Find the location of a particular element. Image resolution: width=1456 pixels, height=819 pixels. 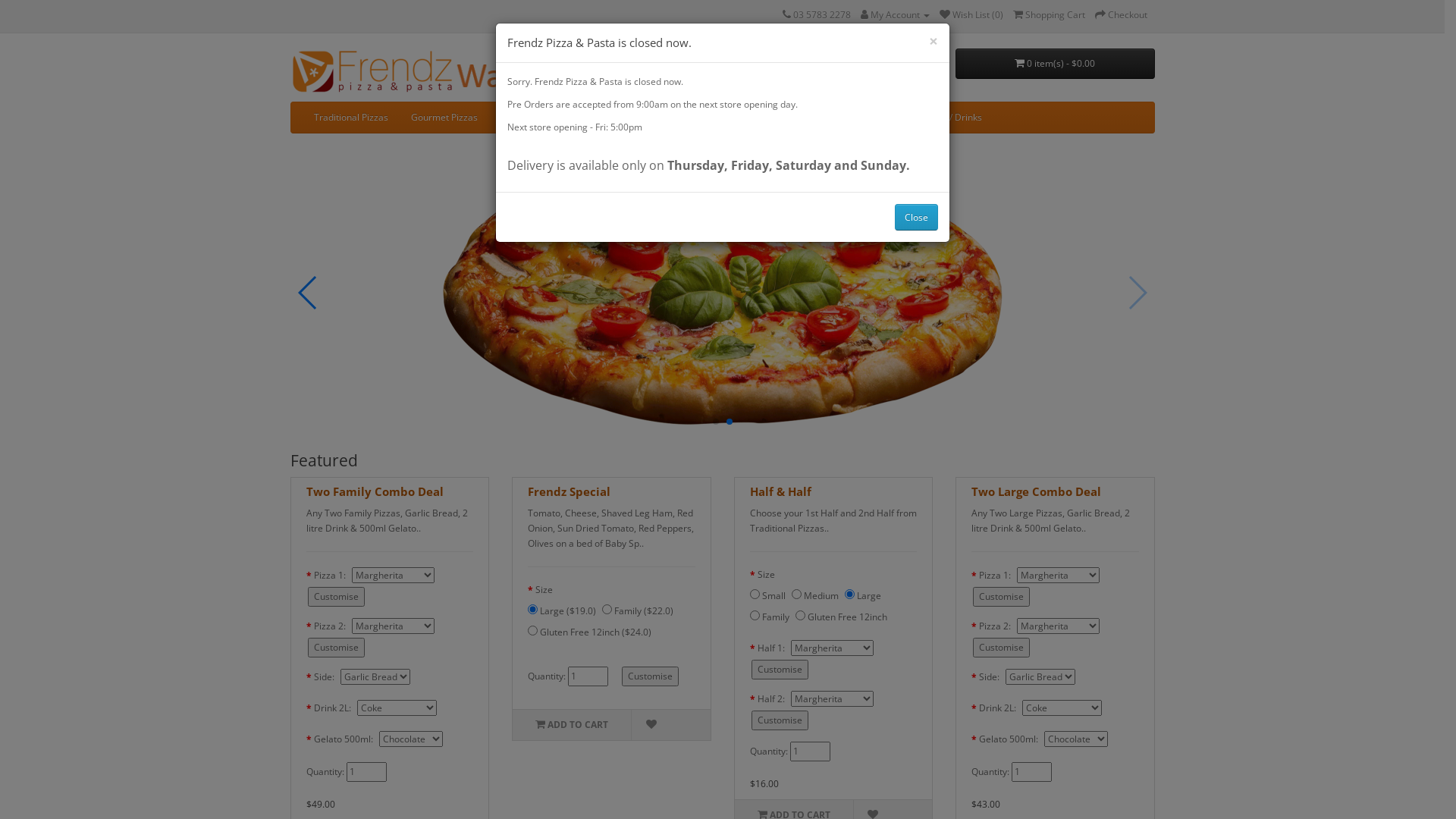

'Pasta' is located at coordinates (586, 116).